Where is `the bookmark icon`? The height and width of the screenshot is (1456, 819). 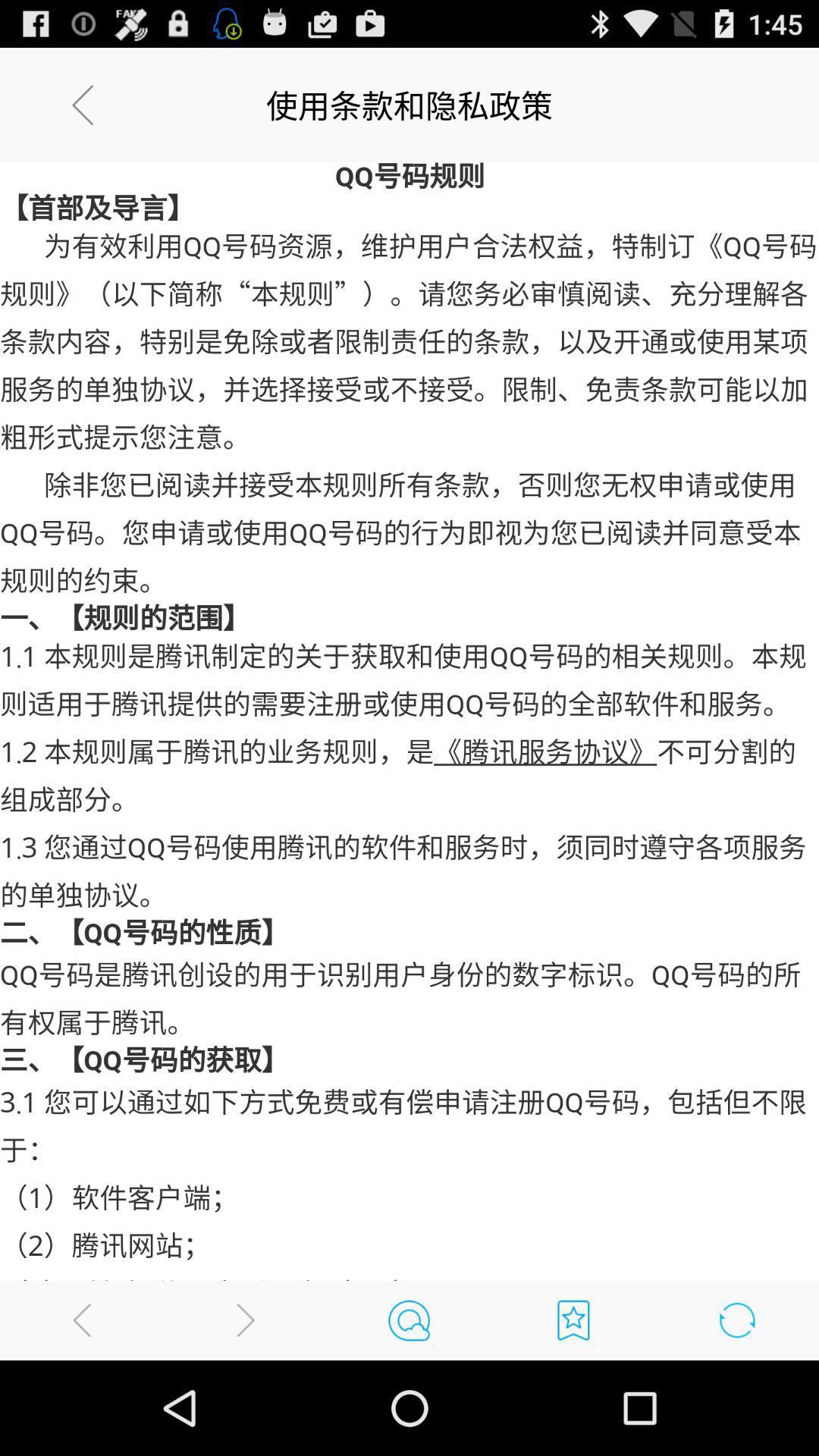
the bookmark icon is located at coordinates (573, 1412).